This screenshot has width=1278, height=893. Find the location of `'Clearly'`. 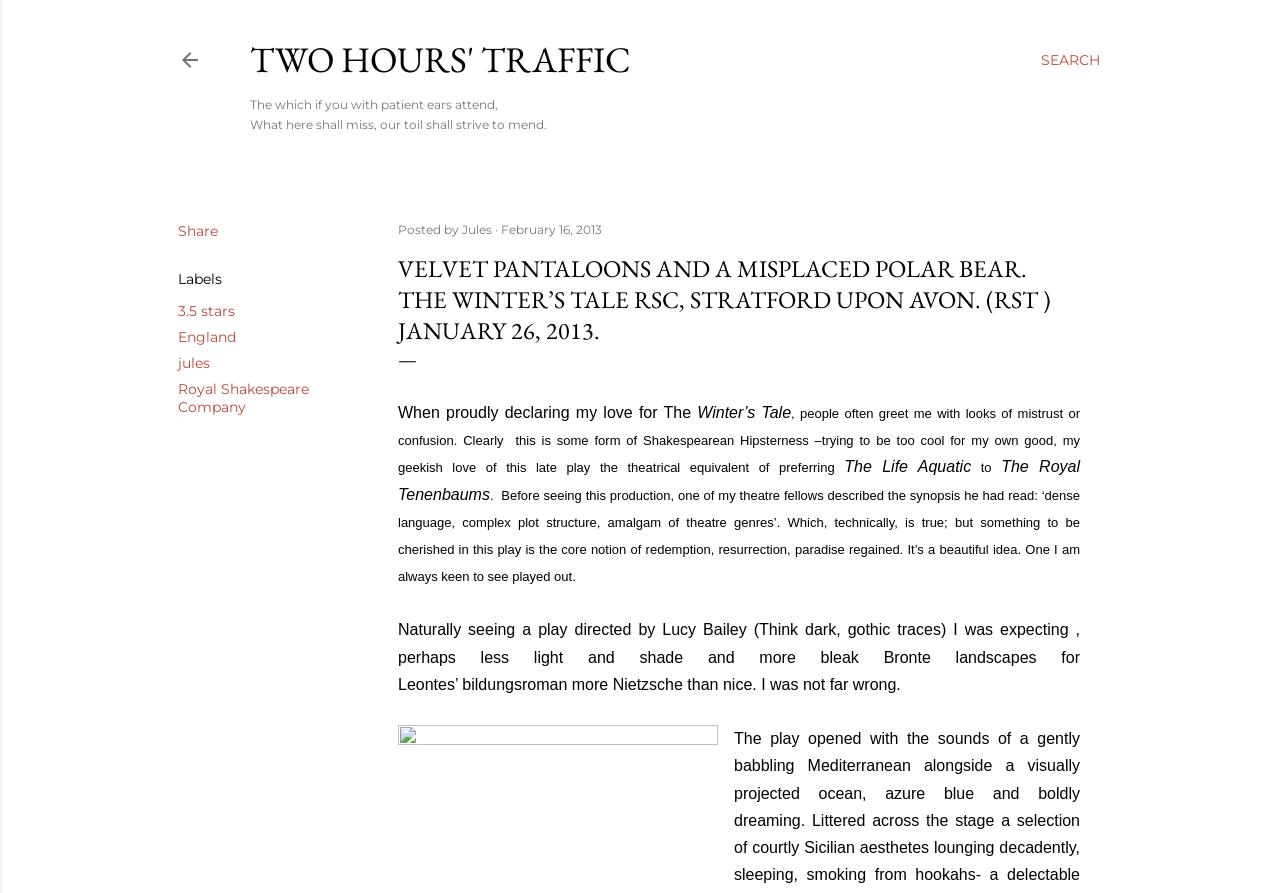

'Clearly' is located at coordinates (462, 440).